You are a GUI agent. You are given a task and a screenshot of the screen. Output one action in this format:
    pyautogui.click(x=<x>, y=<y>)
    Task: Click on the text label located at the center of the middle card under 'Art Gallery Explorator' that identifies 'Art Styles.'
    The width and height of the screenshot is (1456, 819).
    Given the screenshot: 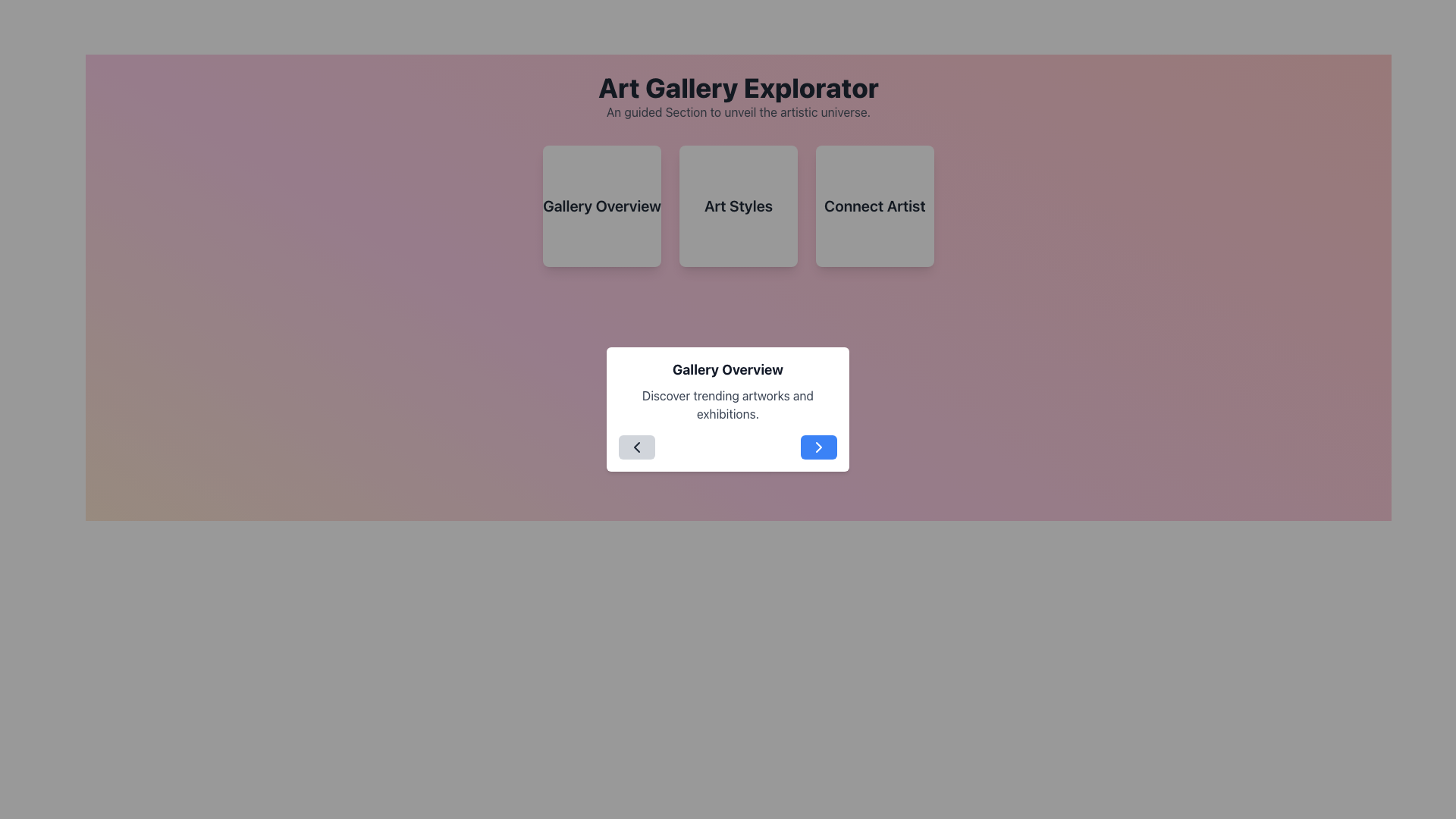 What is the action you would take?
    pyautogui.click(x=739, y=206)
    